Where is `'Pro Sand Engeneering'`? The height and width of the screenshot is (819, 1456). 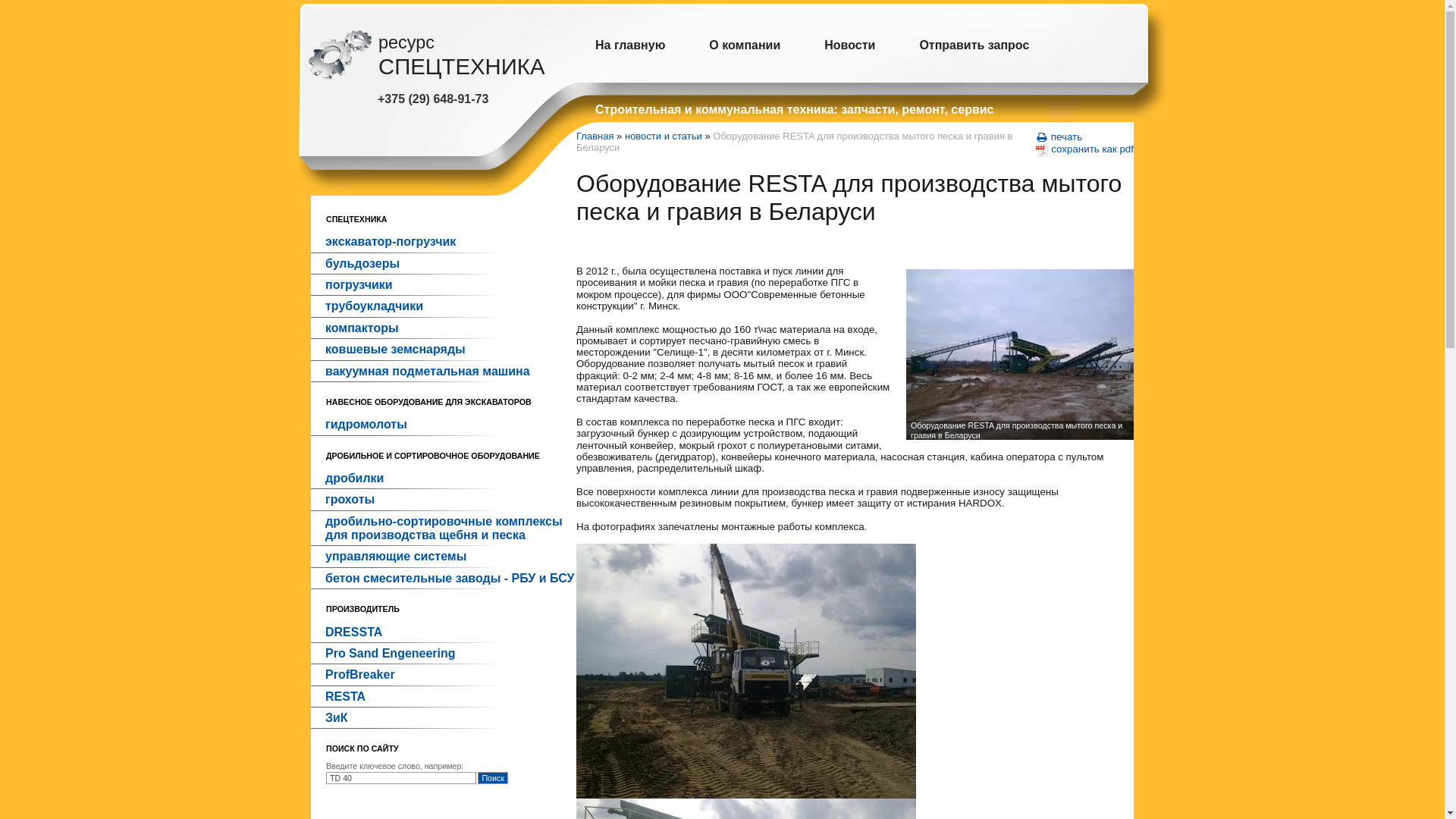 'Pro Sand Engeneering' is located at coordinates (309, 652).